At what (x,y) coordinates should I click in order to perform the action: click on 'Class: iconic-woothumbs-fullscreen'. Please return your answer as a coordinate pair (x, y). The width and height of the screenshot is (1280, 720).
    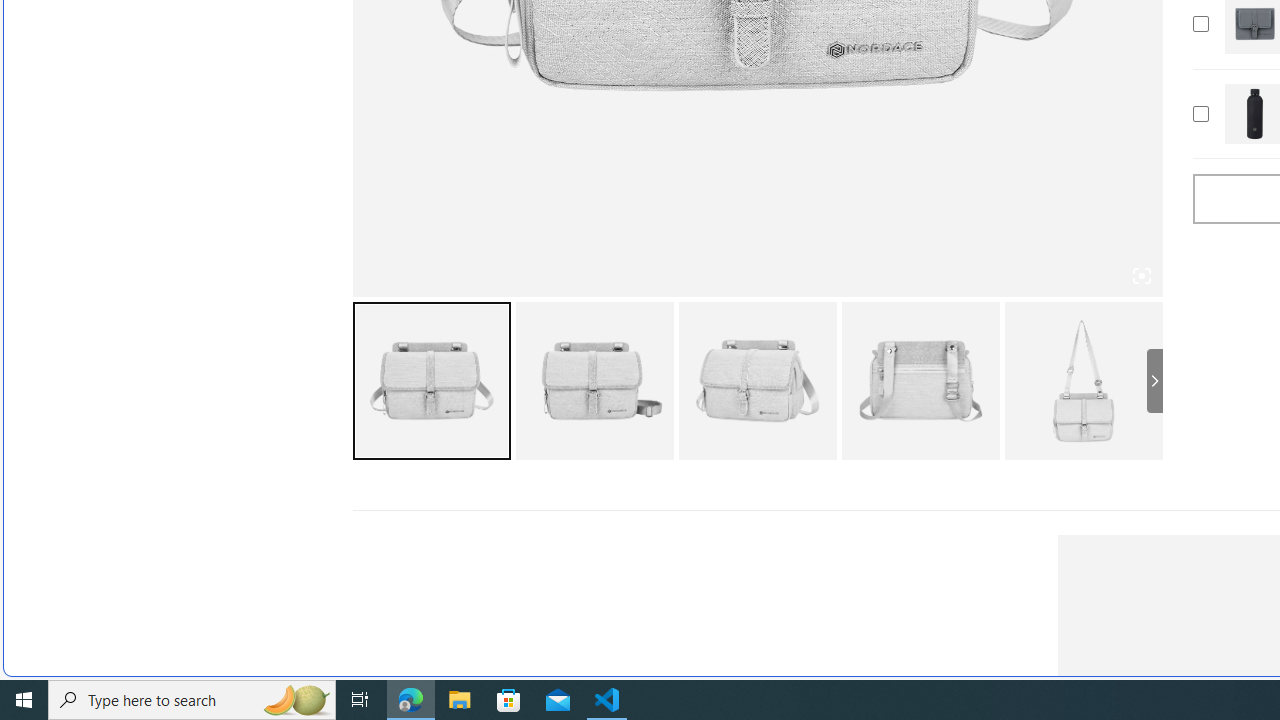
    Looking at the image, I should click on (1141, 276).